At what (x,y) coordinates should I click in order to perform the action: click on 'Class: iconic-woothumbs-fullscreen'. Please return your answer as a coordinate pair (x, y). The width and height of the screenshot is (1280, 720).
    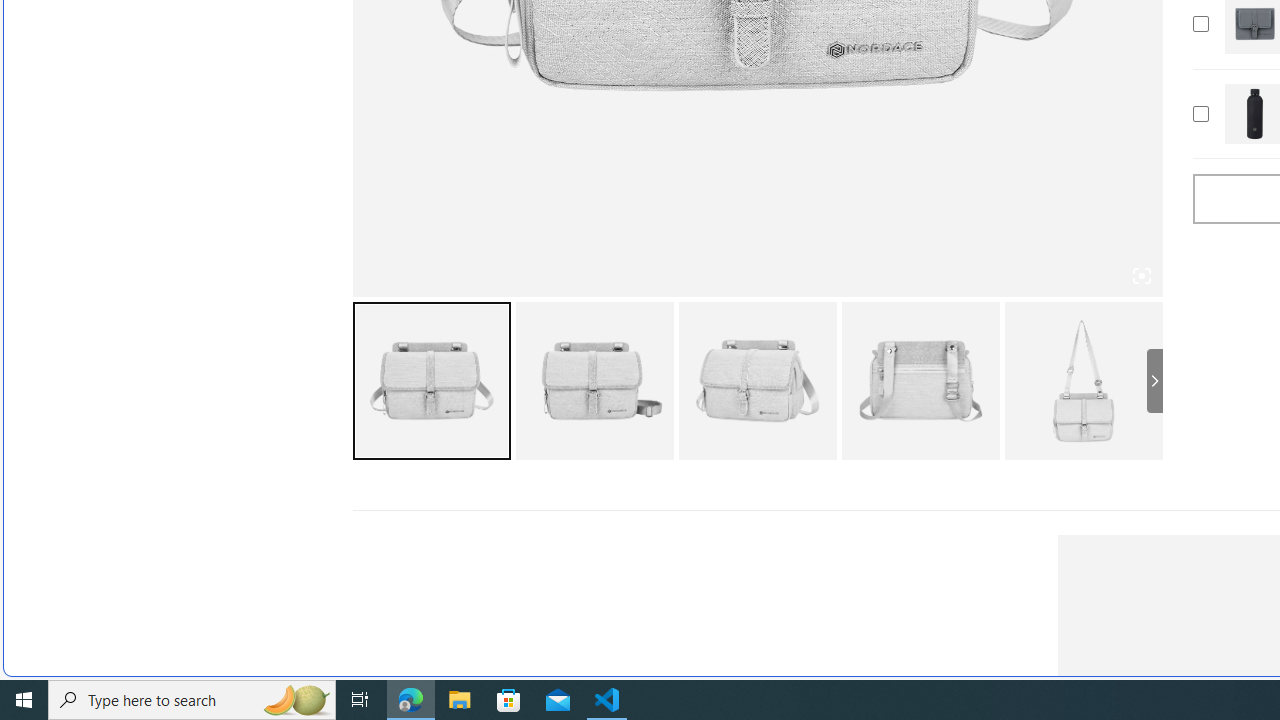
    Looking at the image, I should click on (1141, 276).